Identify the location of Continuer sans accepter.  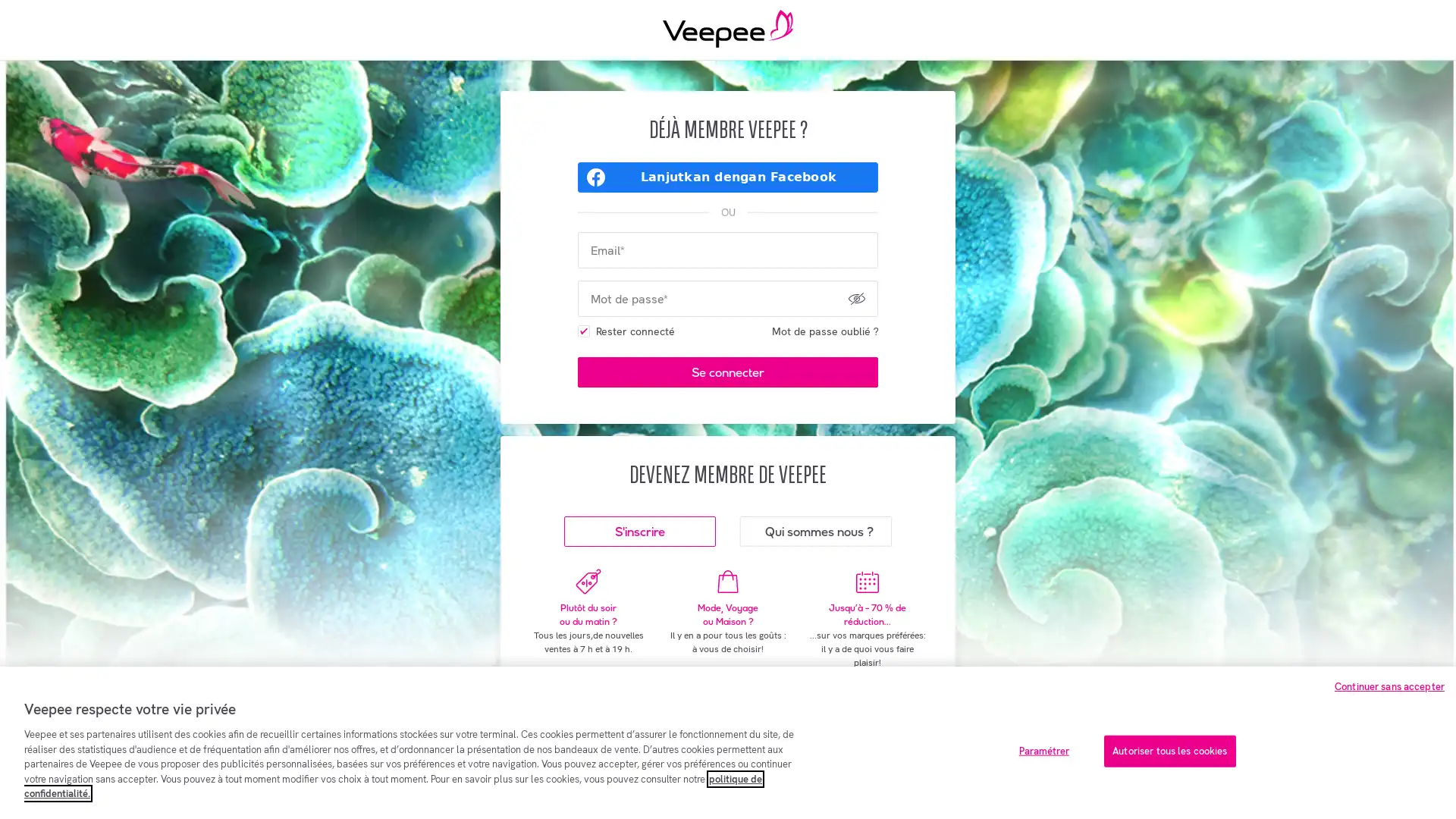
(1389, 686).